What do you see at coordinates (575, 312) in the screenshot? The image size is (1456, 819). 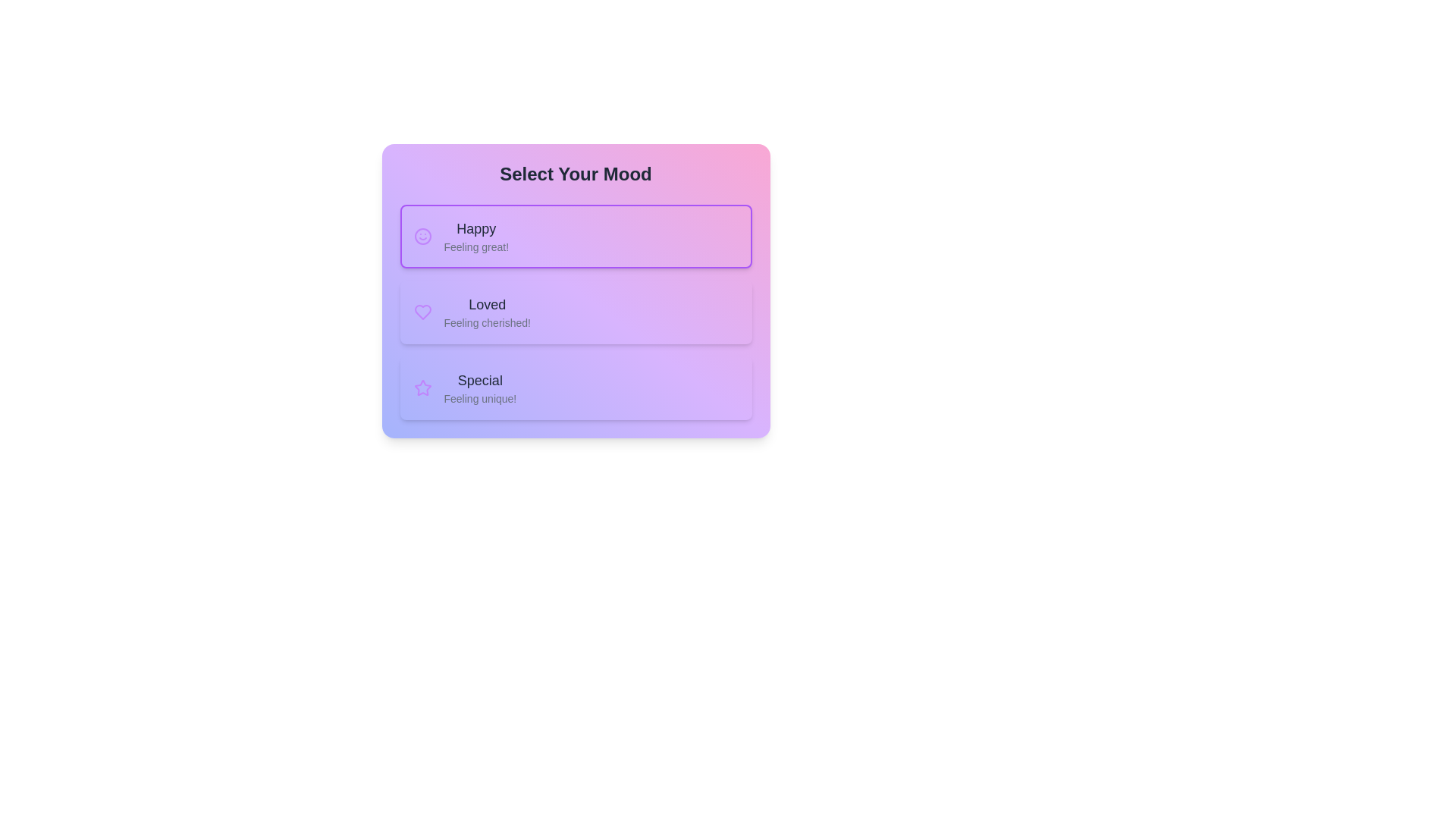 I see `the group of mood selection buttons arranged in a vertical column` at bounding box center [575, 312].